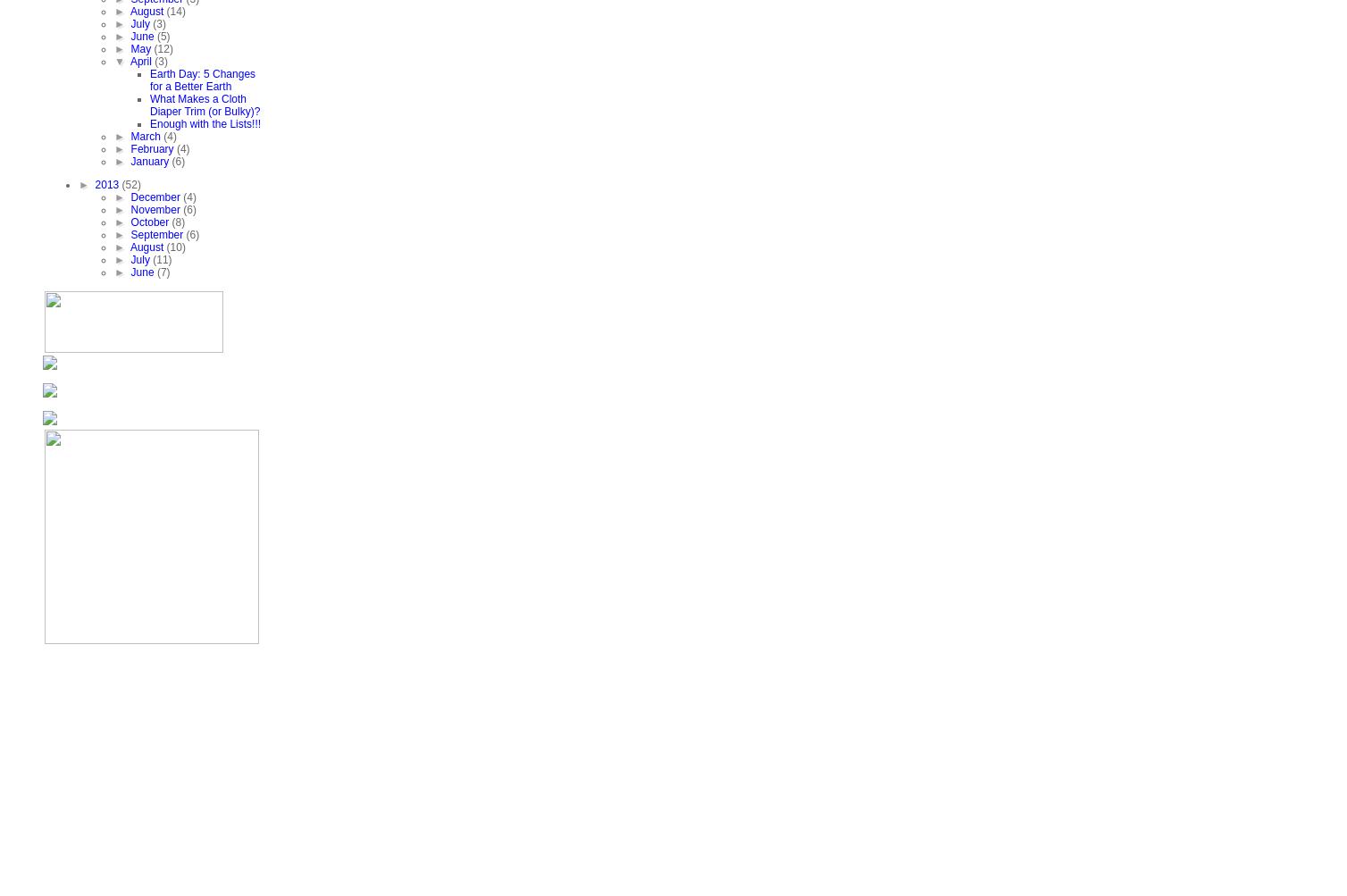 This screenshot has height=896, width=1347. I want to click on 'February', so click(153, 147).